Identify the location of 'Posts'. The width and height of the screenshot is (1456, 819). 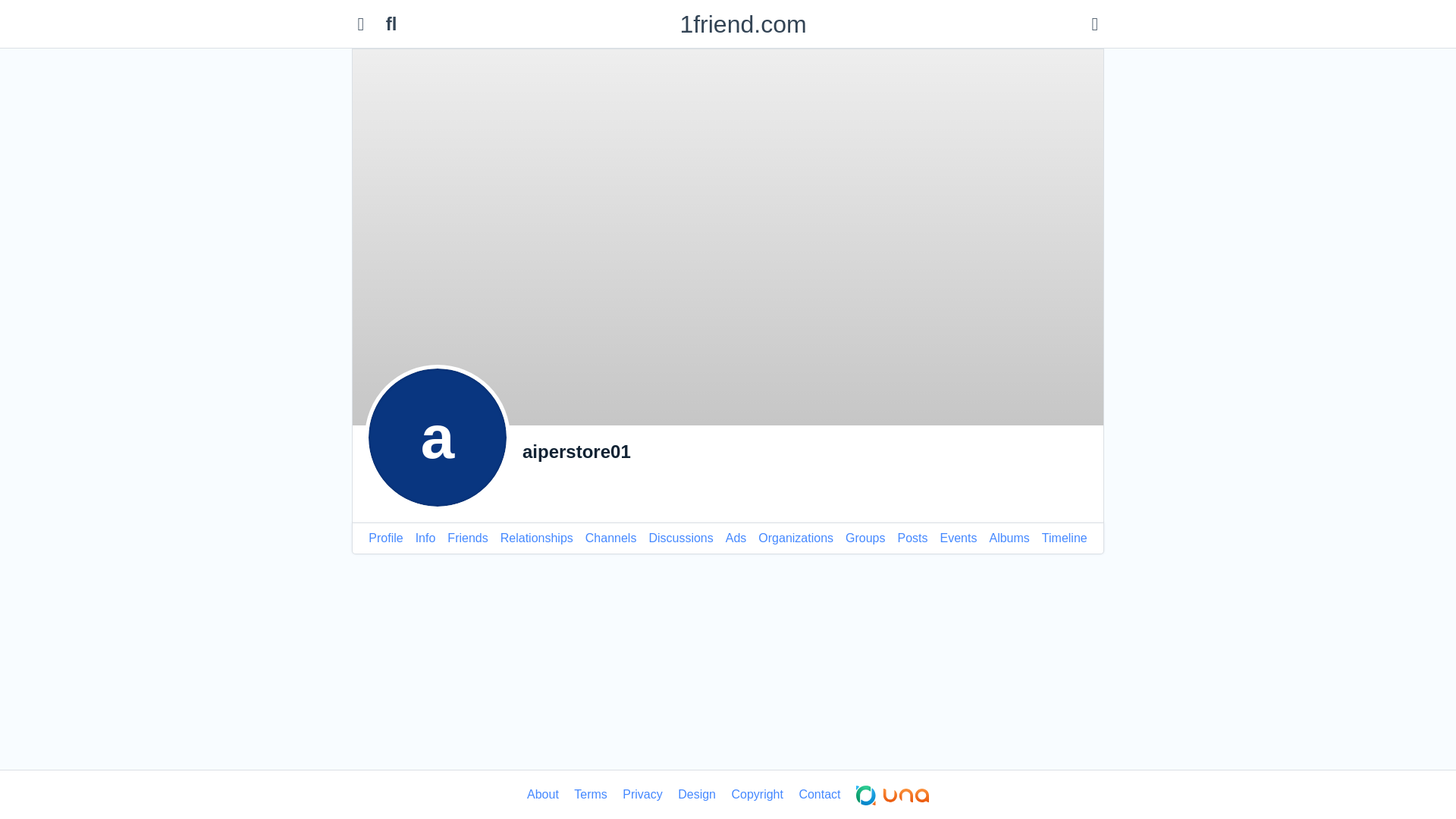
(912, 537).